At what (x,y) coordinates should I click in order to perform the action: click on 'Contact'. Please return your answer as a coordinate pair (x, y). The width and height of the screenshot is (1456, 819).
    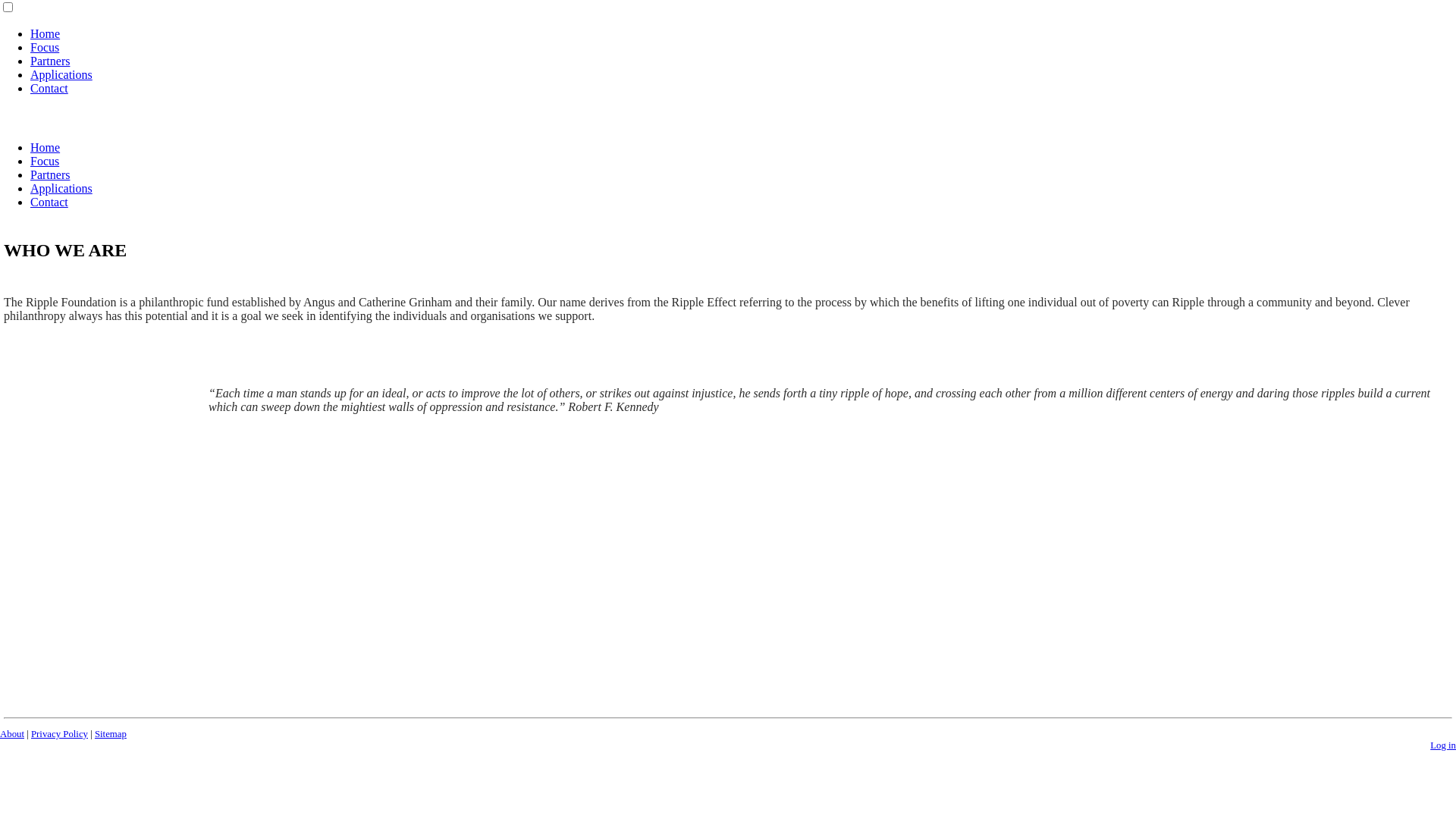
    Looking at the image, I should click on (49, 88).